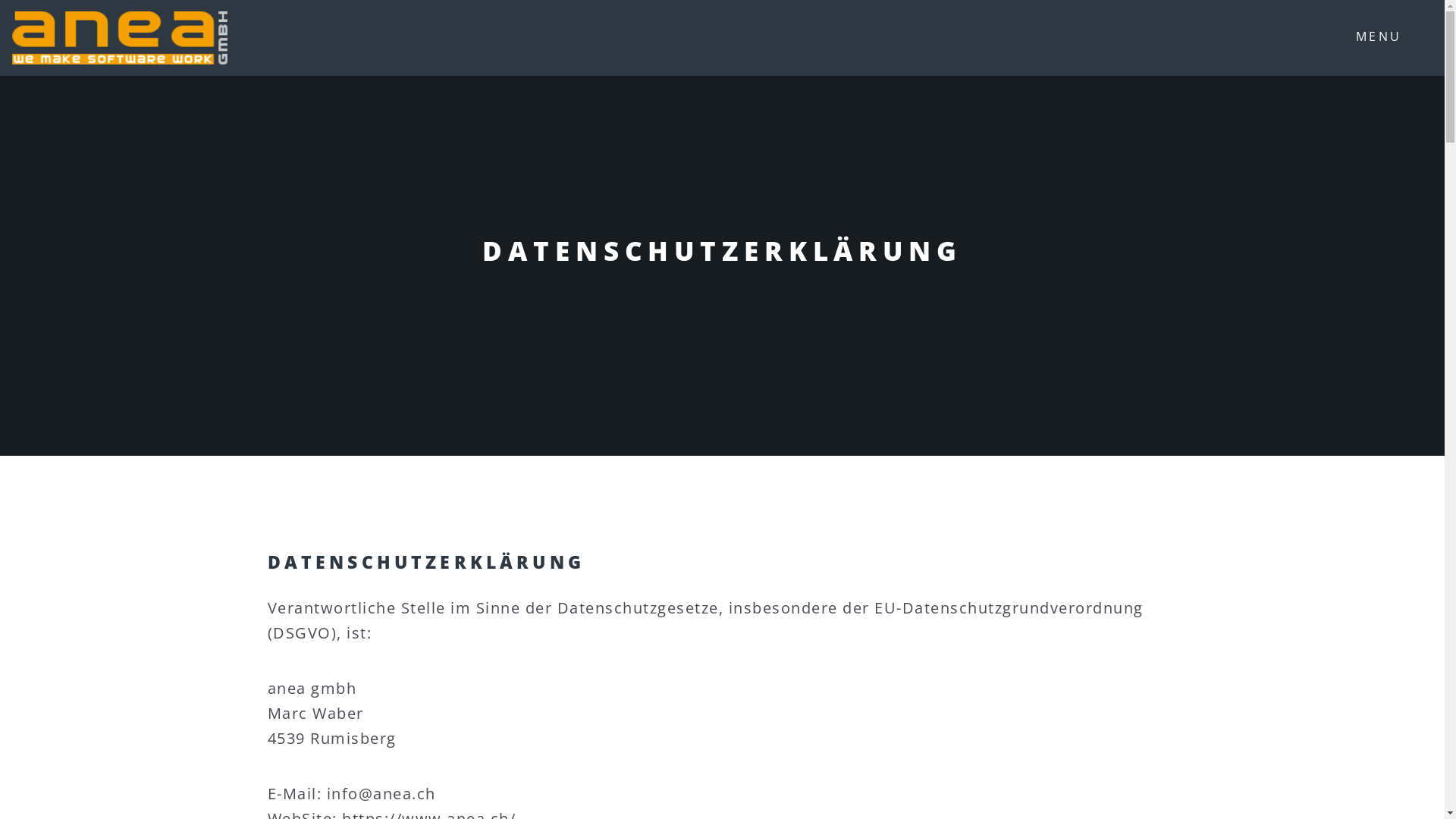 This screenshot has width=1456, height=819. What do you see at coordinates (1391, 37) in the screenshot?
I see `'MENU'` at bounding box center [1391, 37].